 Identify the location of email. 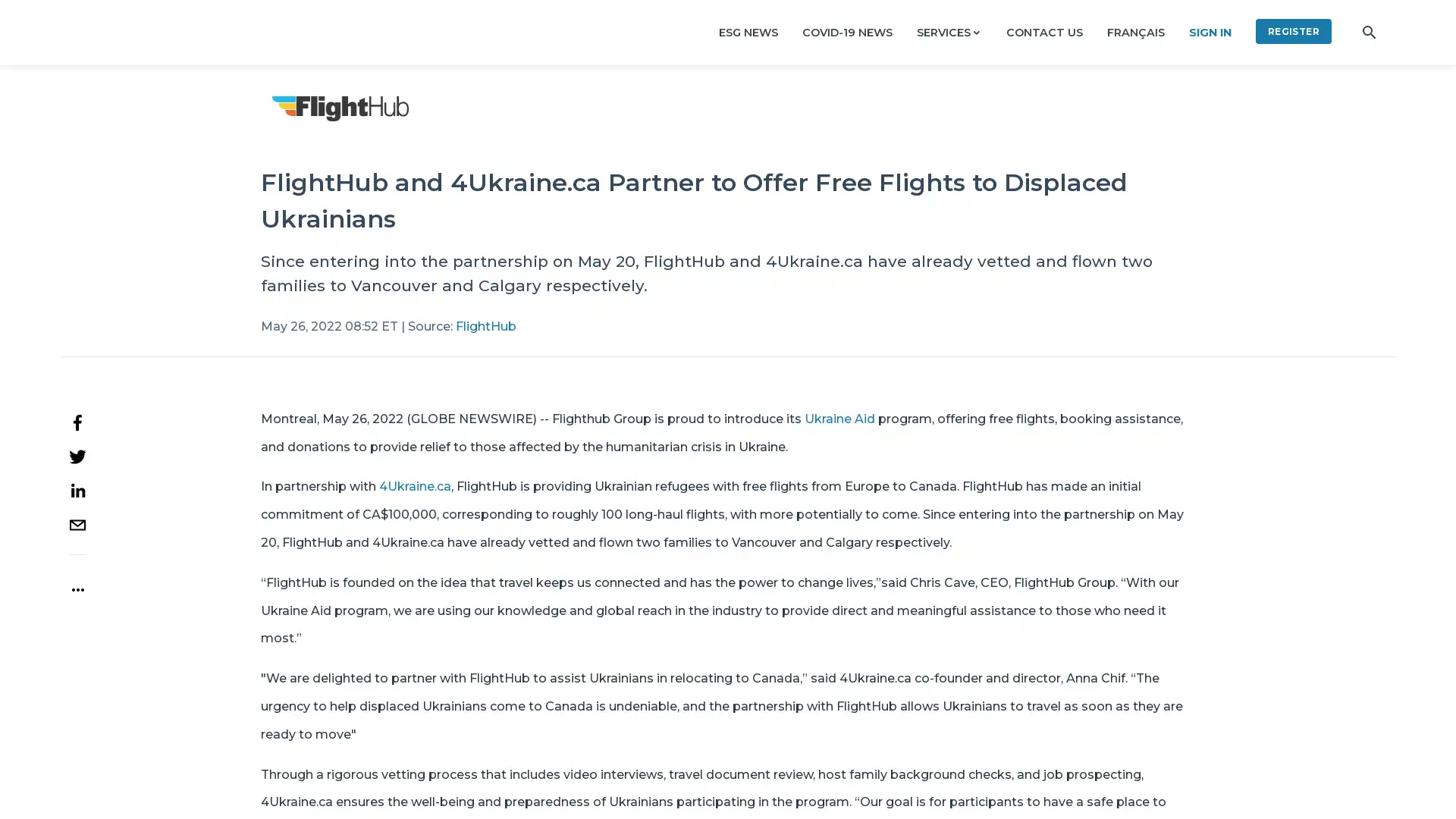
(77, 523).